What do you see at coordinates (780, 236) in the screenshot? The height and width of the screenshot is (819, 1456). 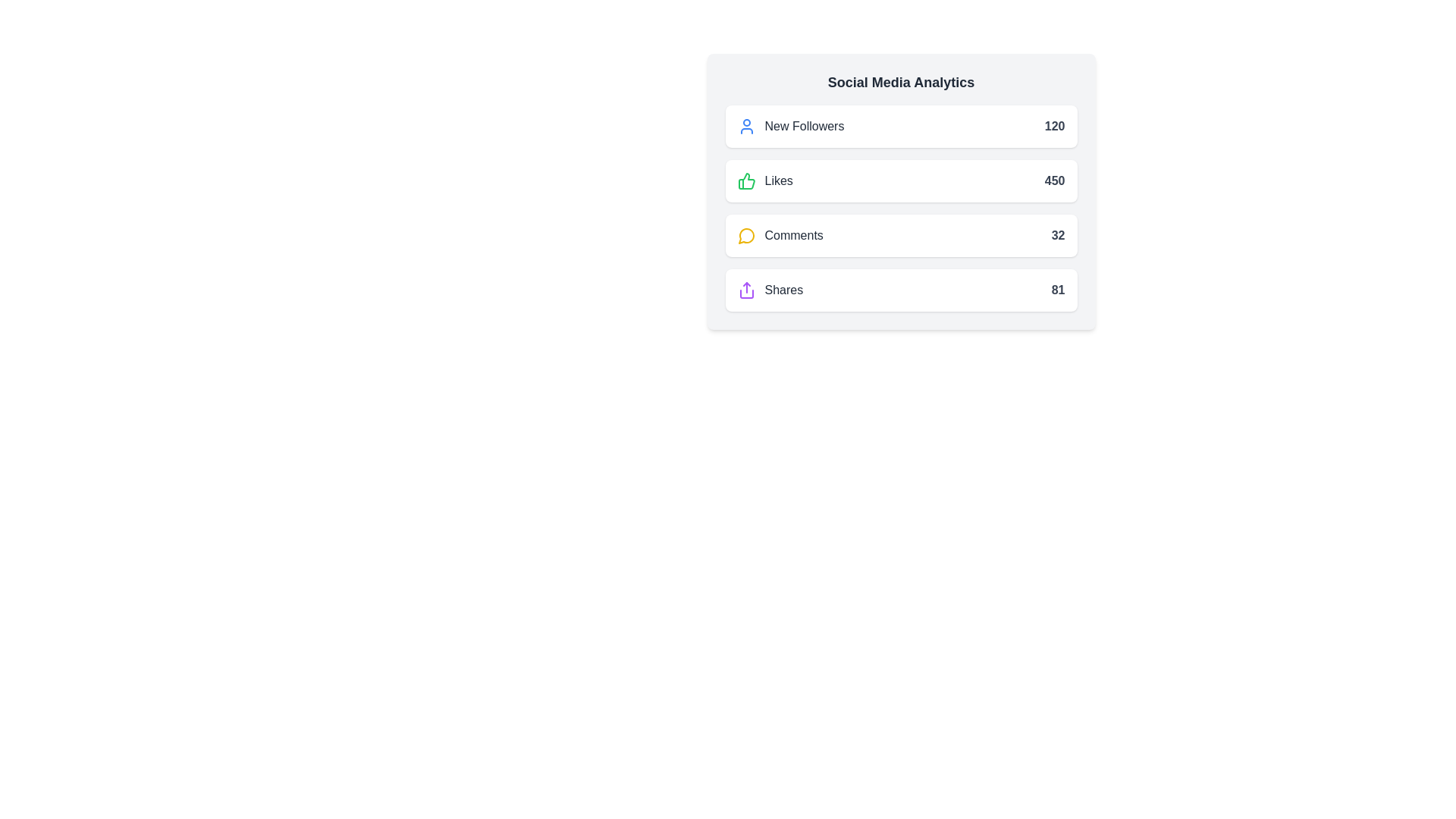 I see `the 'Comments' category element in the Social Media Analytics dashboard, which summarizes user interactions related to comments` at bounding box center [780, 236].